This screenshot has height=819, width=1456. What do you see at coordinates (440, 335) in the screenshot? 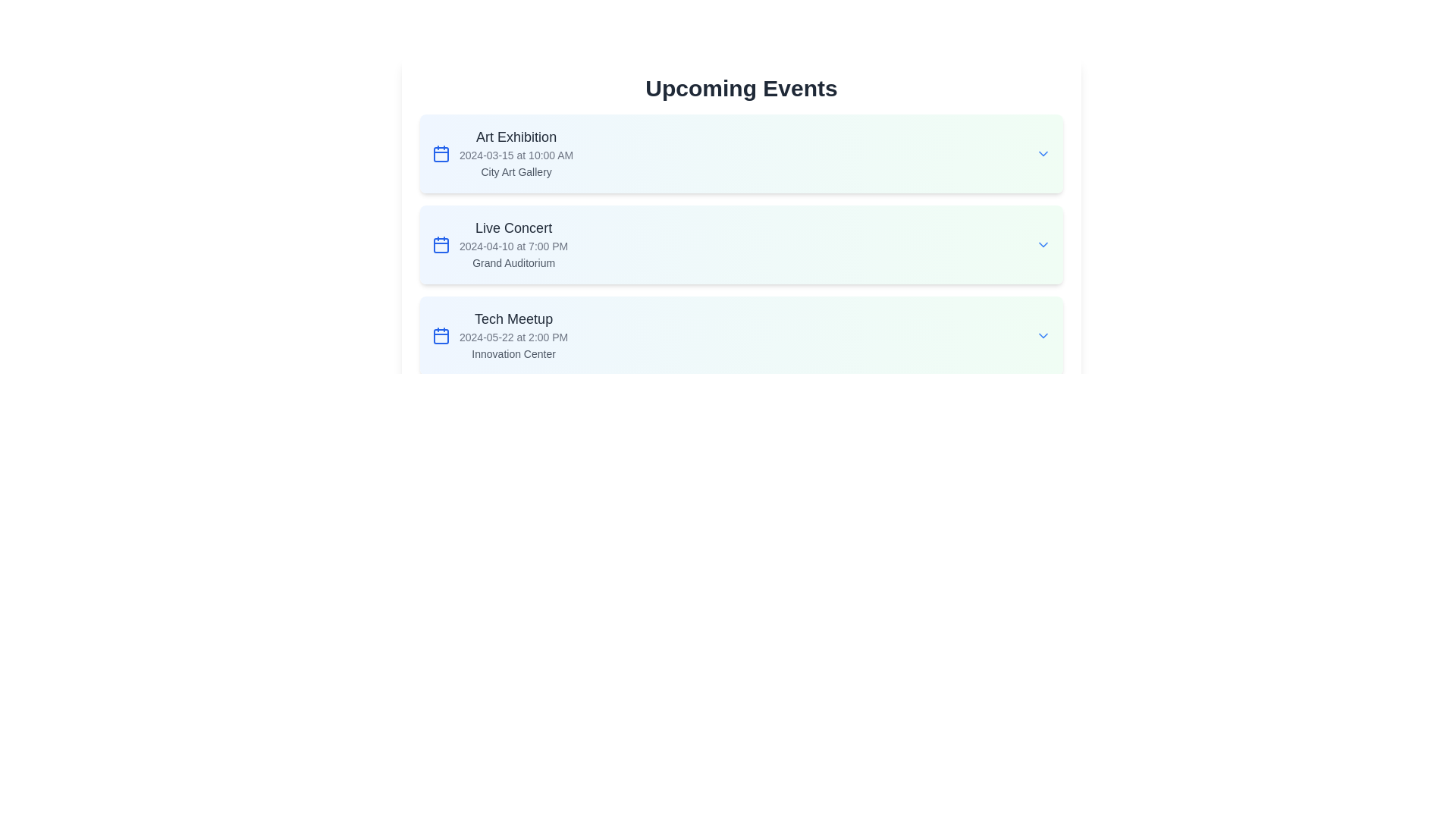
I see `the outlined blue calendar icon located to the left of the text information in the 'Tech Meetup' item within the 'Upcoming Events' list` at bounding box center [440, 335].